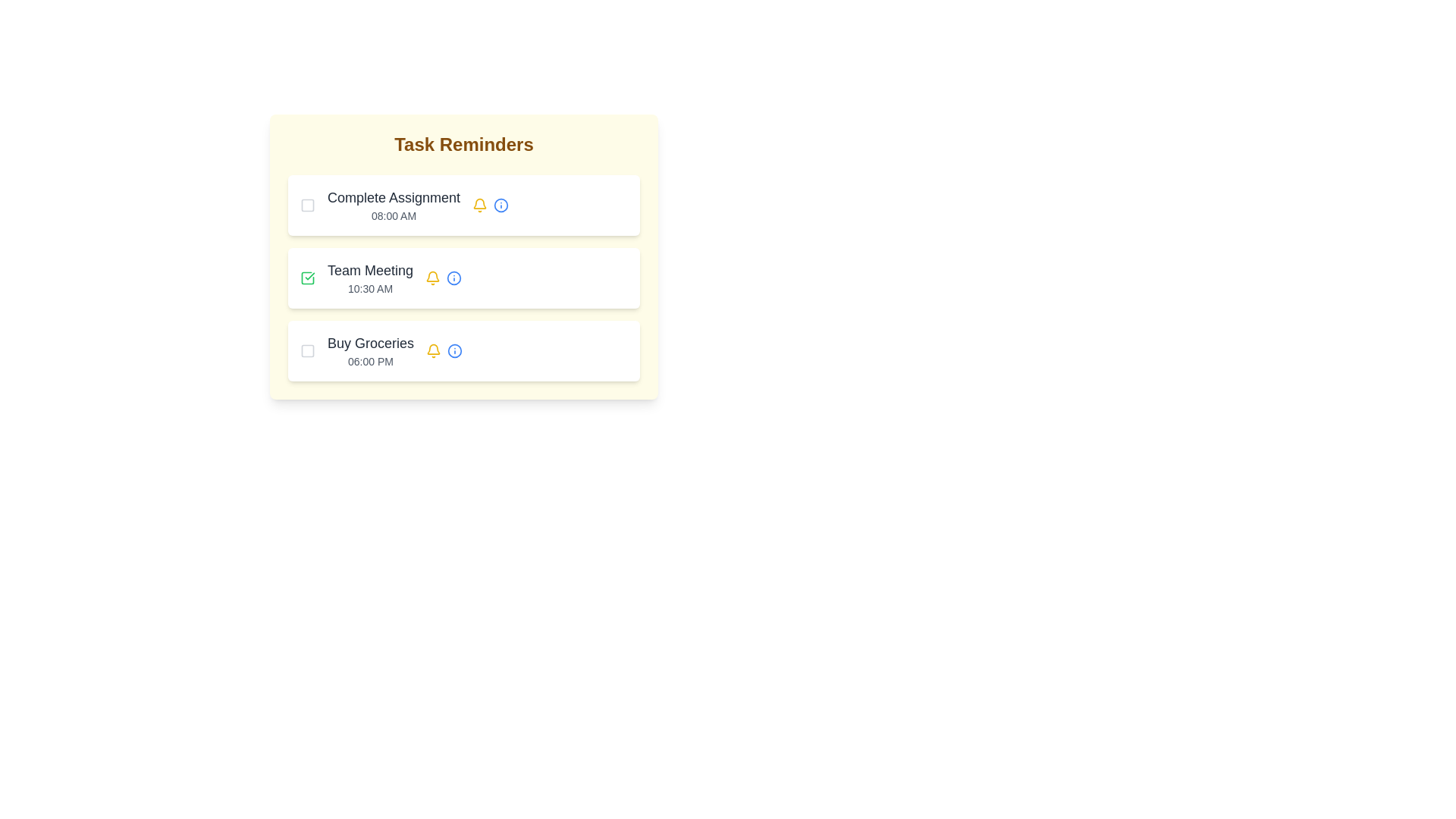 The width and height of the screenshot is (1456, 819). What do you see at coordinates (370, 278) in the screenshot?
I see `the text block displaying the title and time of the task reminder located in the second reminder card of the 'Task Reminders' list, positioned between the 'Complete Assignment' card and the 'Buy Groceries' card` at bounding box center [370, 278].